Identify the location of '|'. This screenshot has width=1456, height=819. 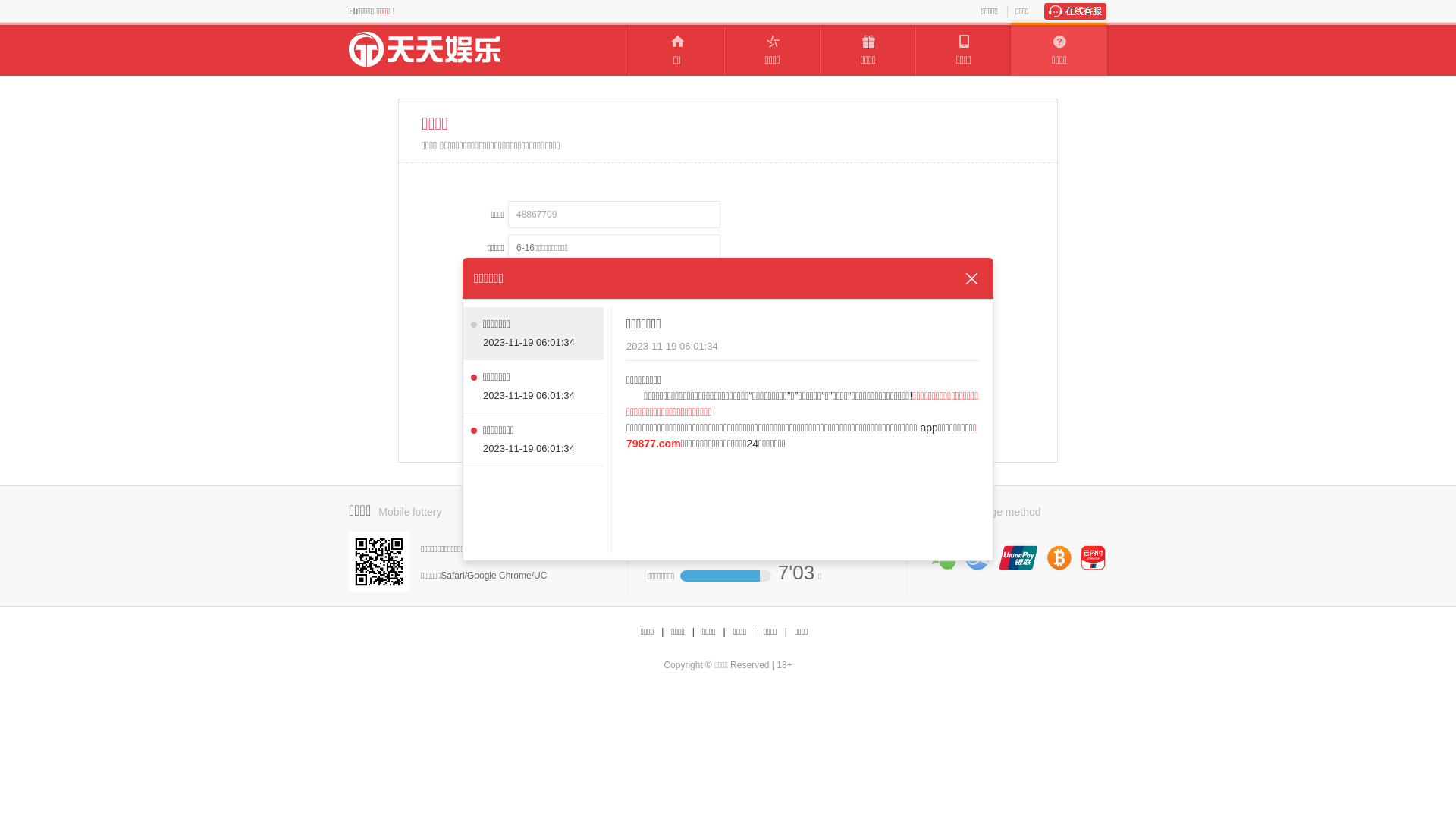
(755, 632).